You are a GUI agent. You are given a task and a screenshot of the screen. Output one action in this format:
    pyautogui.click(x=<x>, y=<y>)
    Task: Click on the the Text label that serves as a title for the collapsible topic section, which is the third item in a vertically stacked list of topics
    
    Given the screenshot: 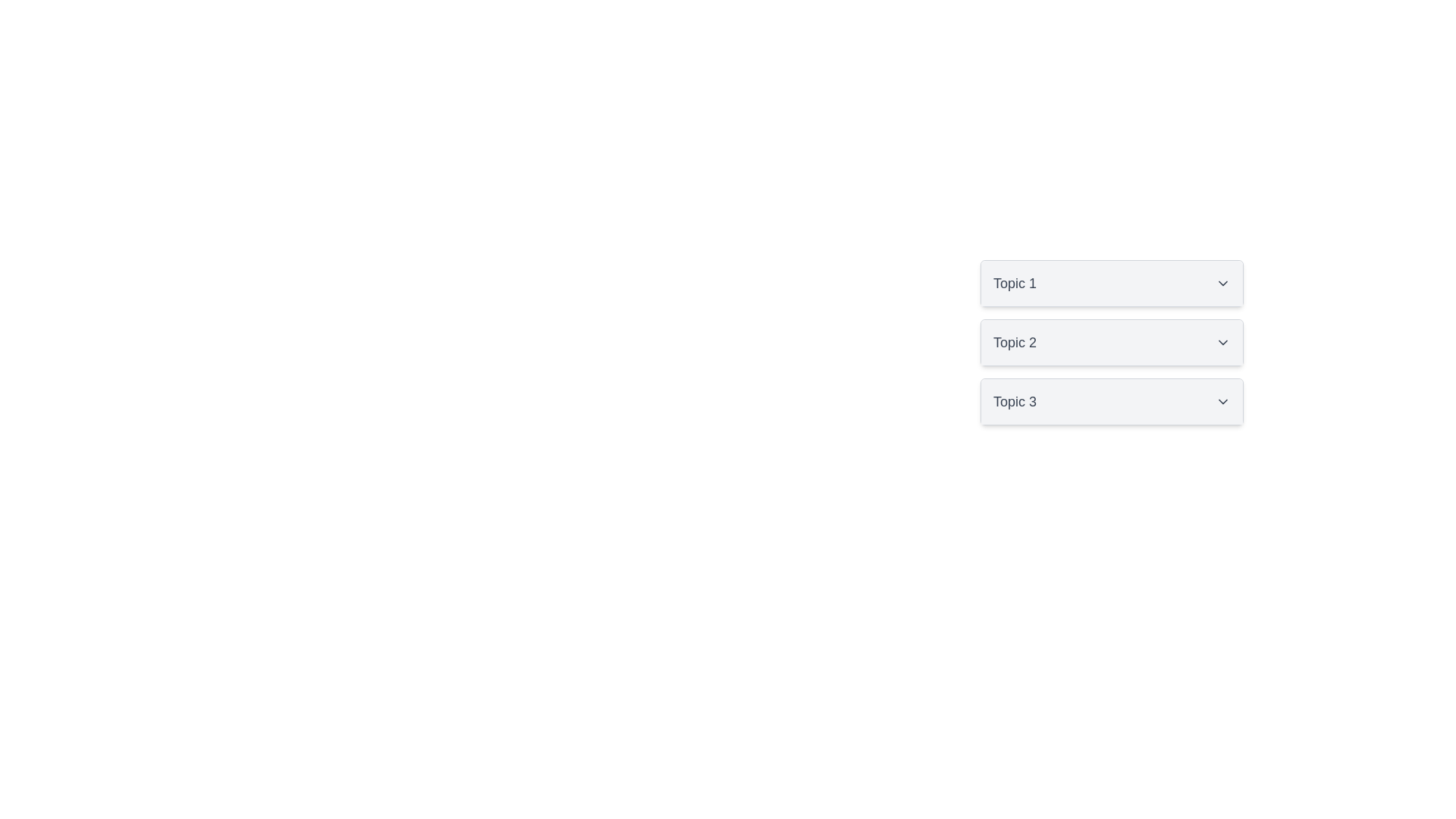 What is the action you would take?
    pyautogui.click(x=1015, y=400)
    